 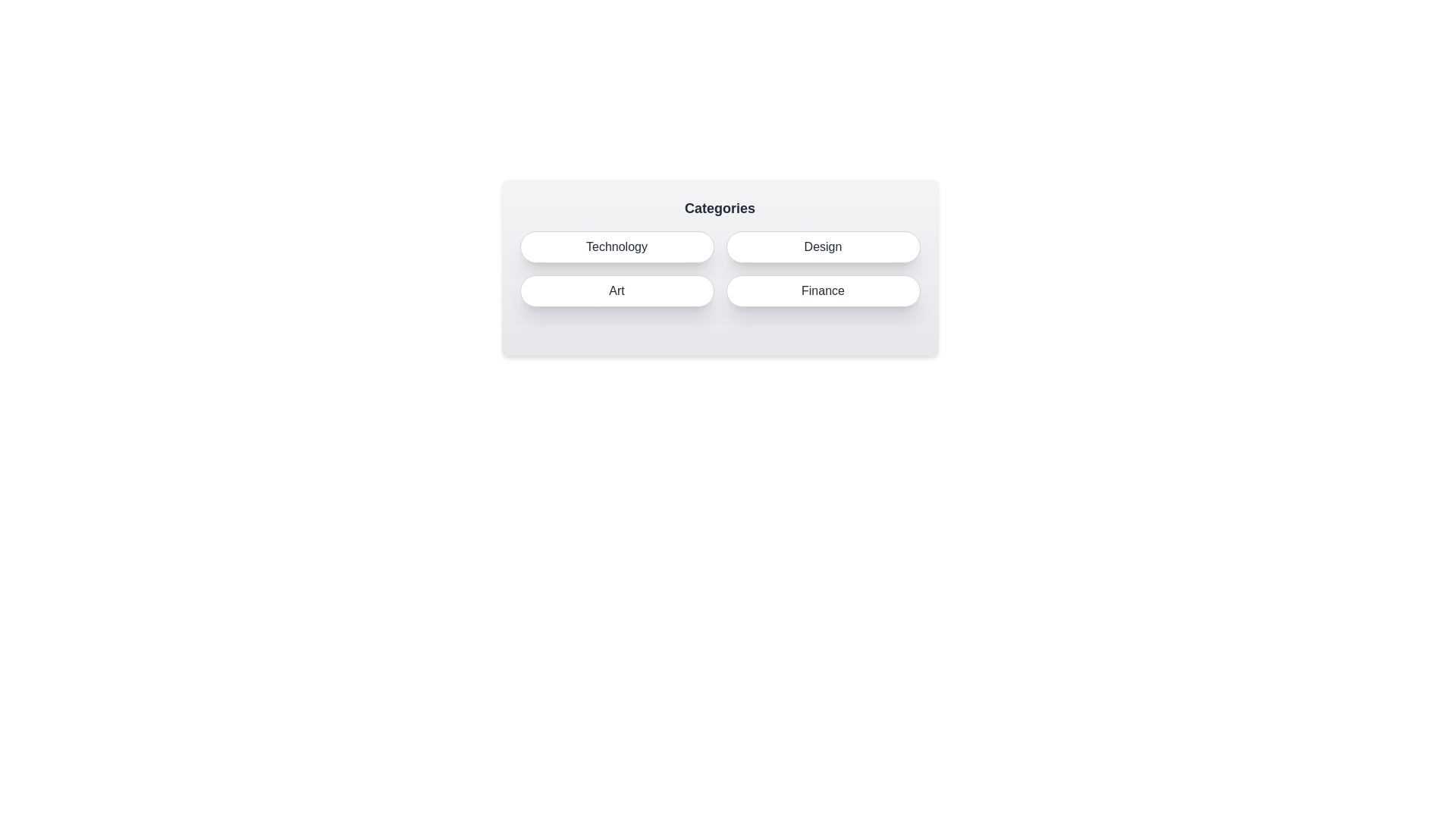 I want to click on the Finance button to select it, so click(x=822, y=291).